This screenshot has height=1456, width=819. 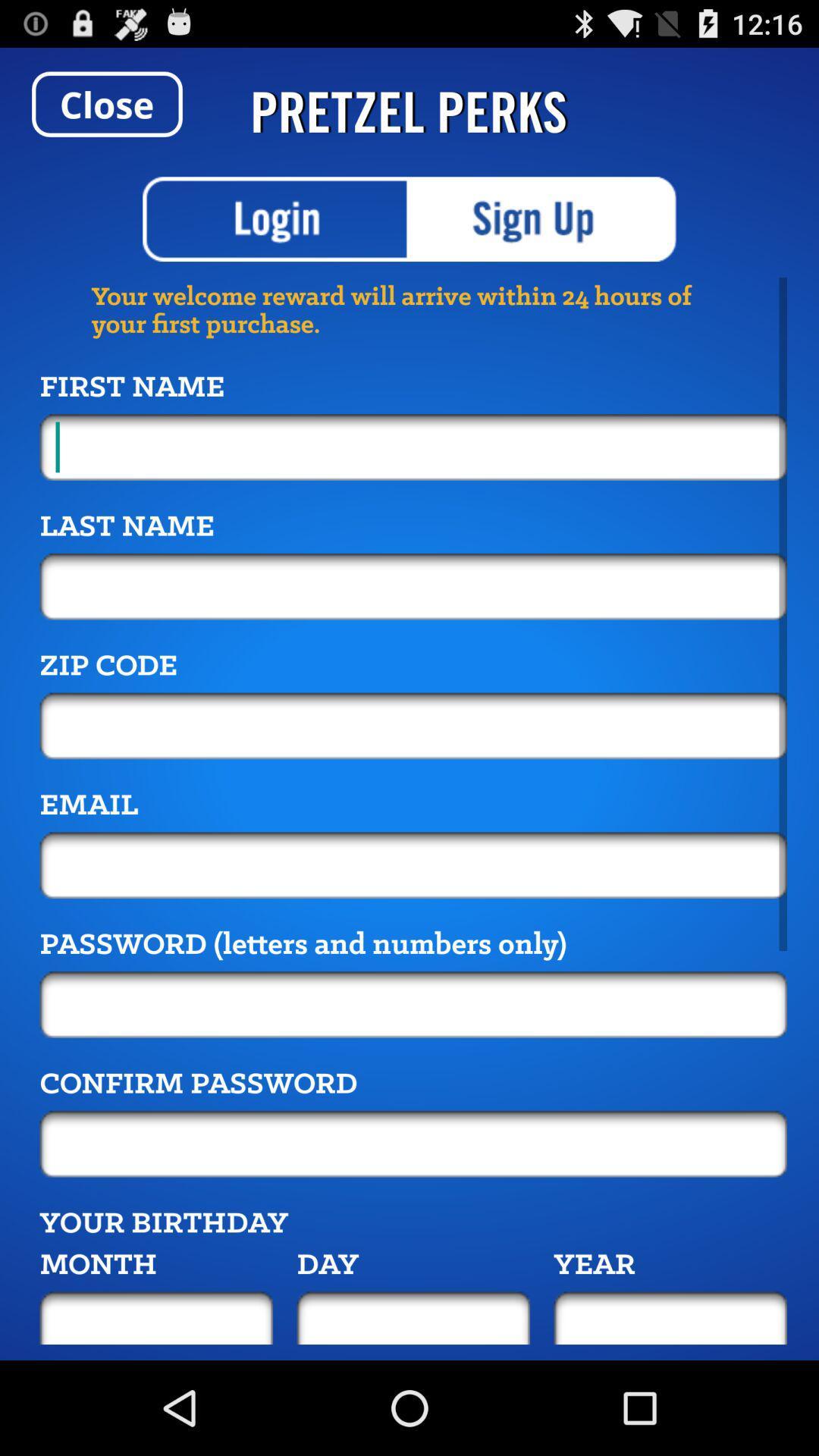 I want to click on account sign-up, so click(x=542, y=218).